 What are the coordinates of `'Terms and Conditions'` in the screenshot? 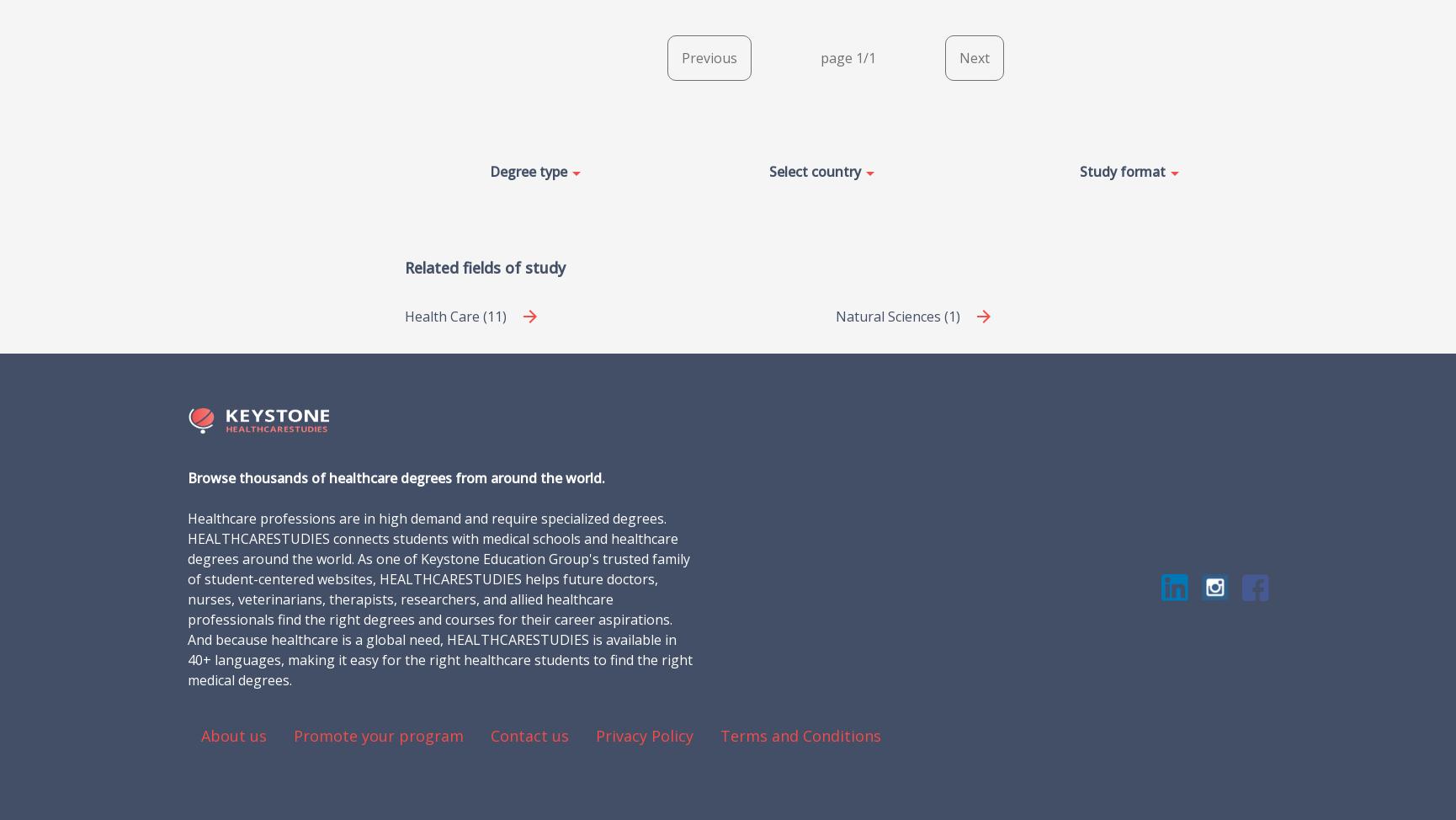 It's located at (800, 734).